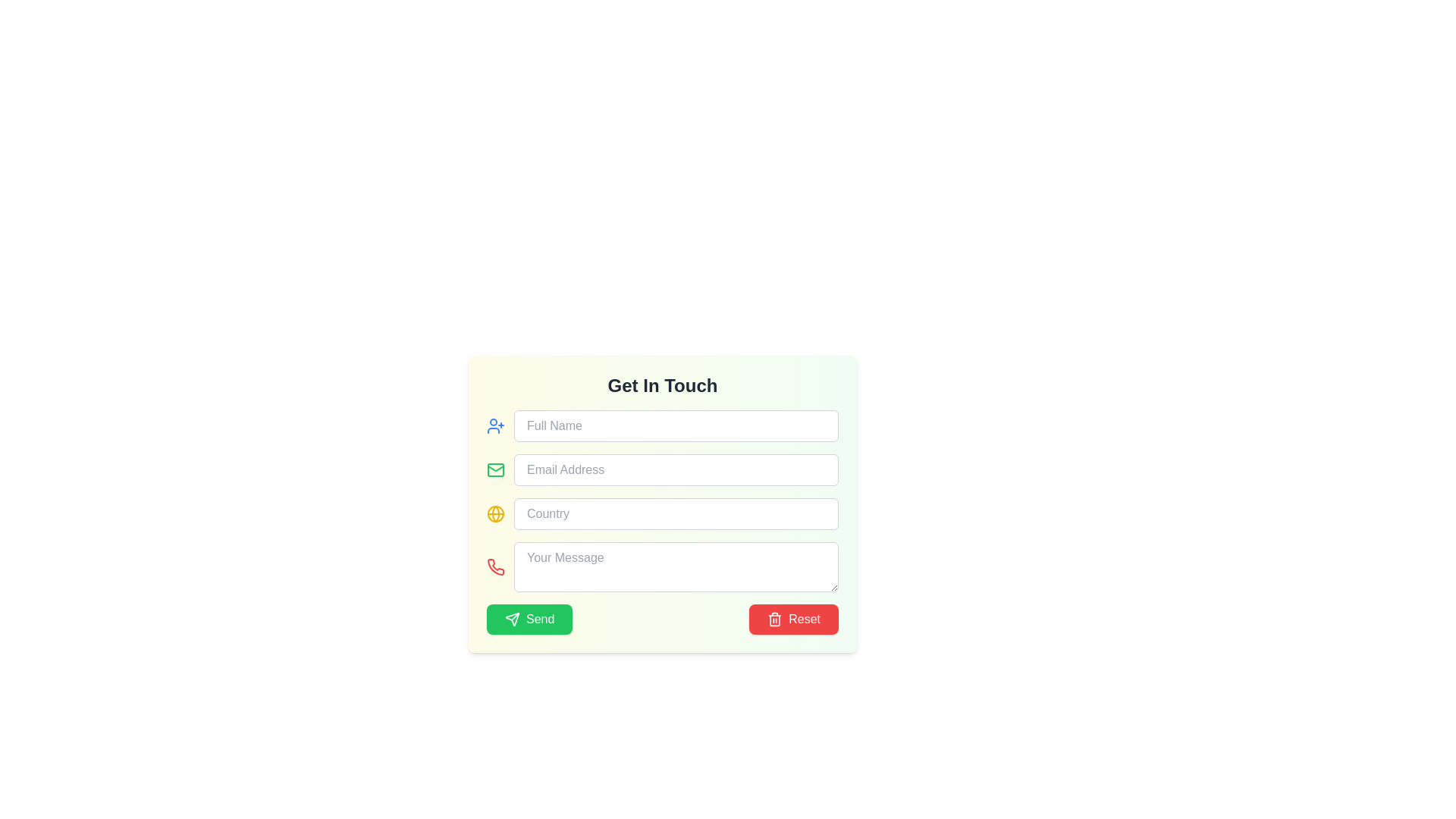 The image size is (1456, 819). I want to click on the submit button located at the bottom left of the 'Get In Touch' form section, so click(529, 620).